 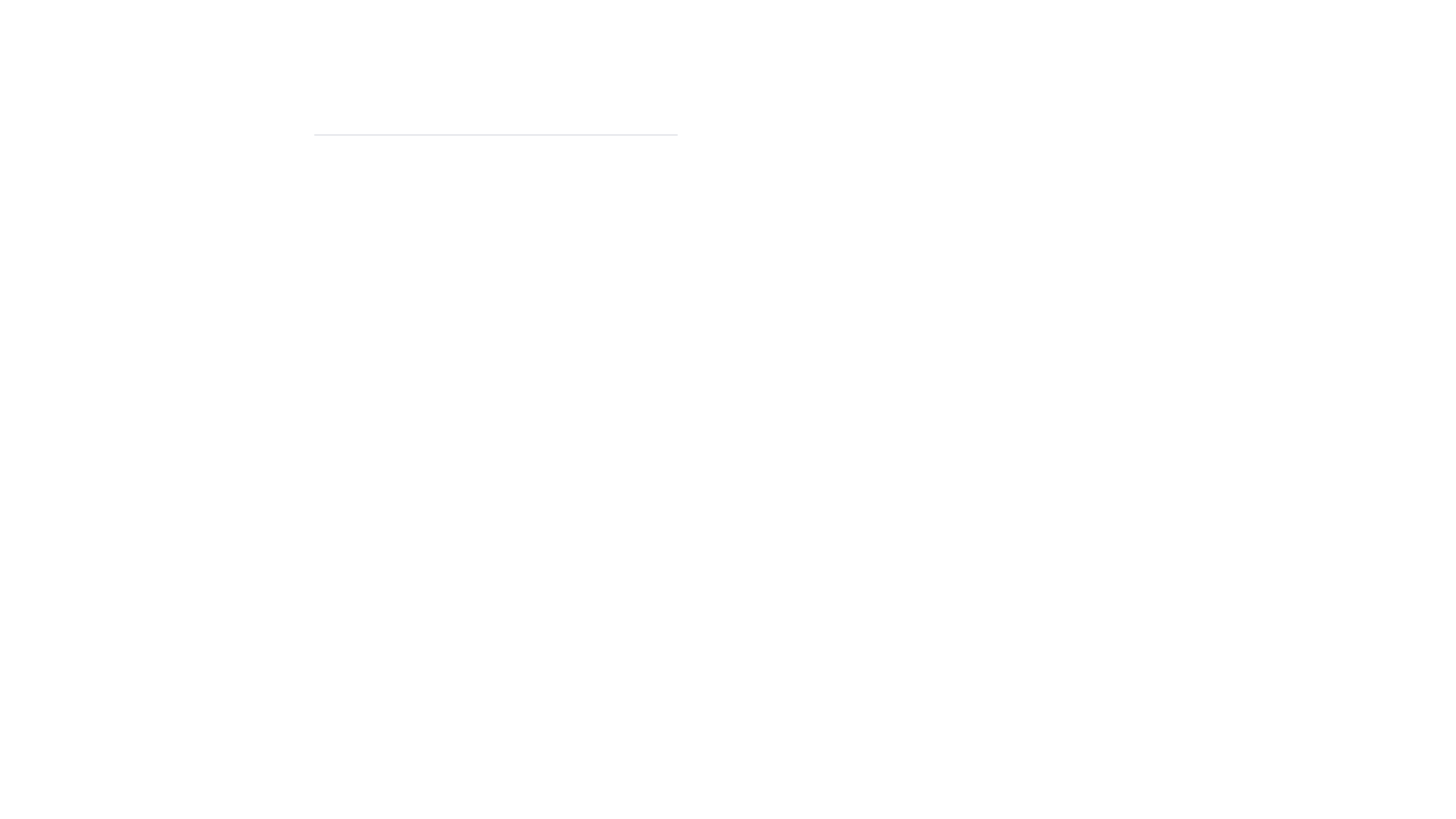 I want to click on the circular button with a gray background and a left-facing chevron icon by tabbing to it, so click(x=334, y=133).